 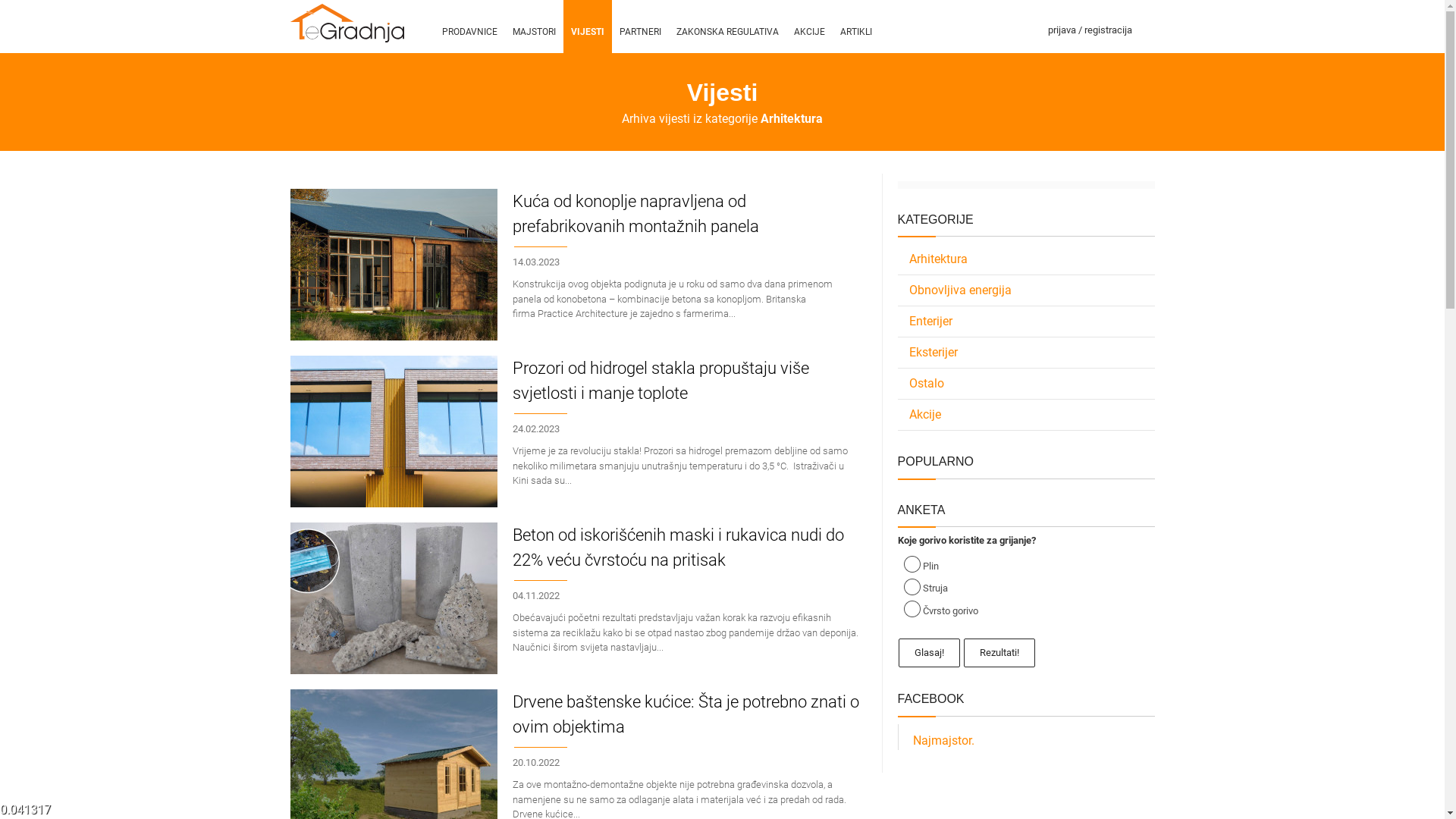 I want to click on 'Obnovljiva energija', so click(x=1026, y=290).